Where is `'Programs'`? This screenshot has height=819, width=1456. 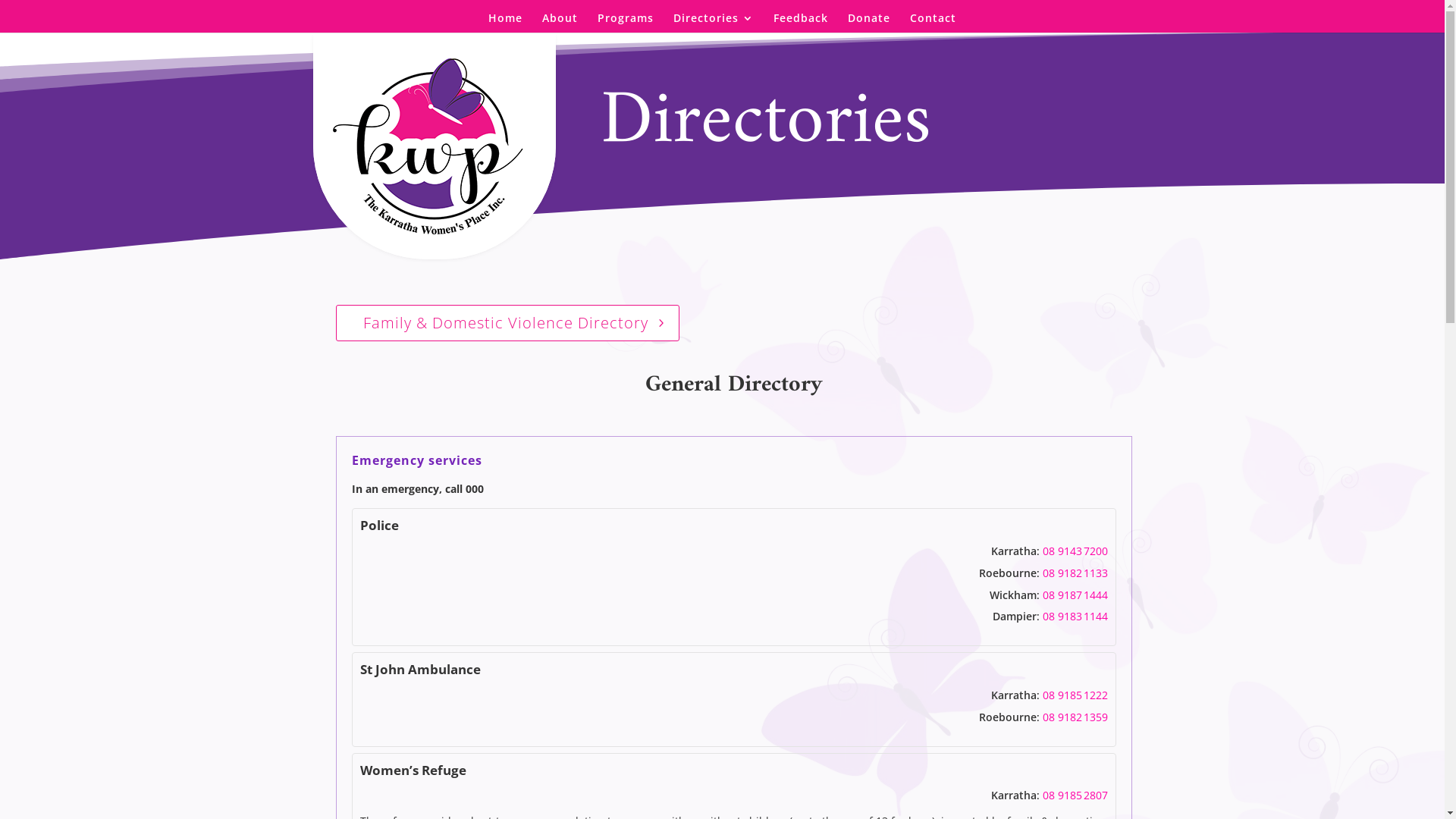
'Programs' is located at coordinates (626, 23).